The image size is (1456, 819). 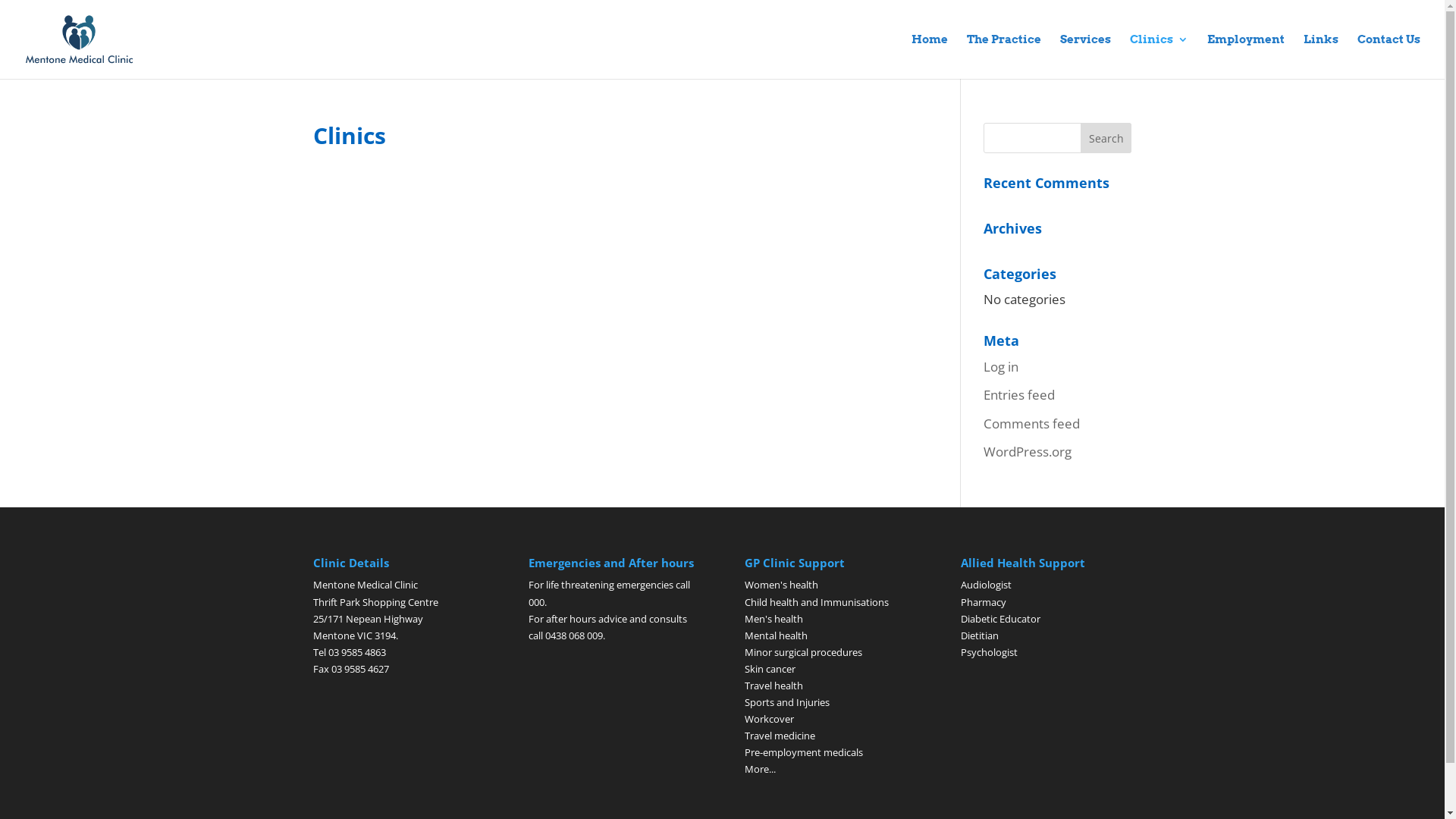 What do you see at coordinates (1019, 394) in the screenshot?
I see `'Entries feed'` at bounding box center [1019, 394].